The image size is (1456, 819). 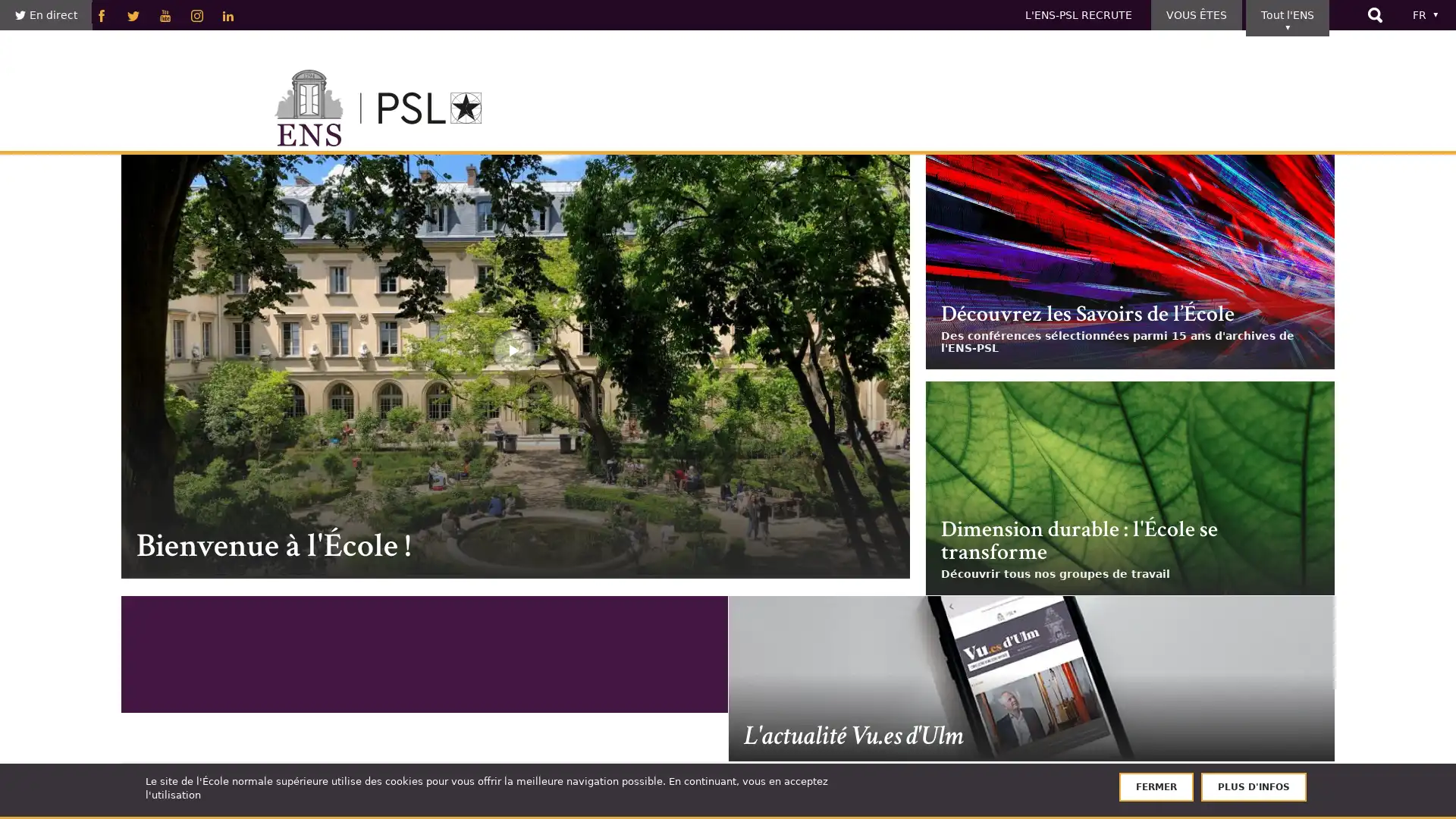 I want to click on PLUS D'INFOS, so click(x=1254, y=786).